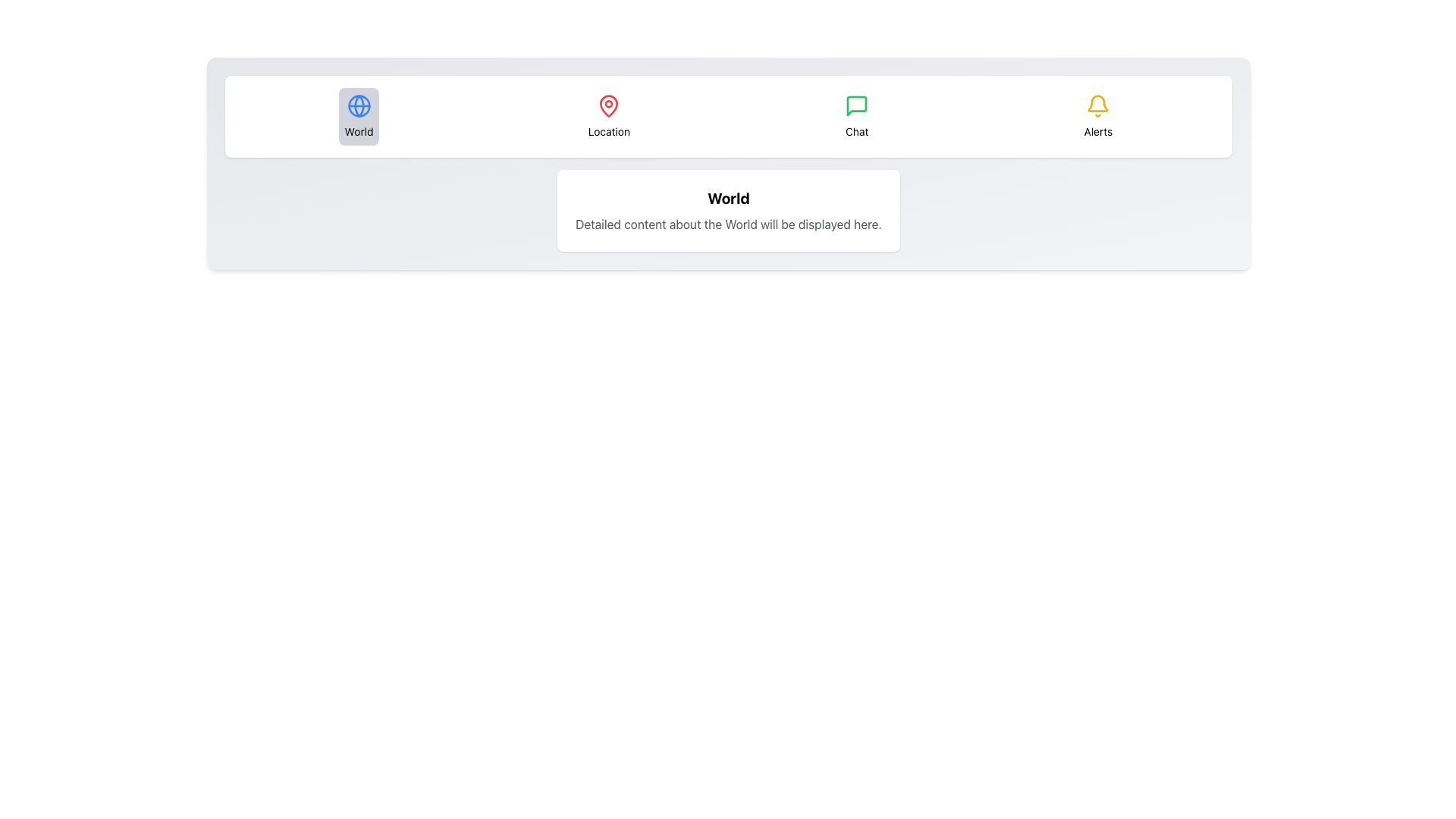 The width and height of the screenshot is (1456, 819). I want to click on the appearance of the SVG Circle Component, which is a blue-bordered circular shape representing the 'World' category in the navigation UI, so click(358, 105).